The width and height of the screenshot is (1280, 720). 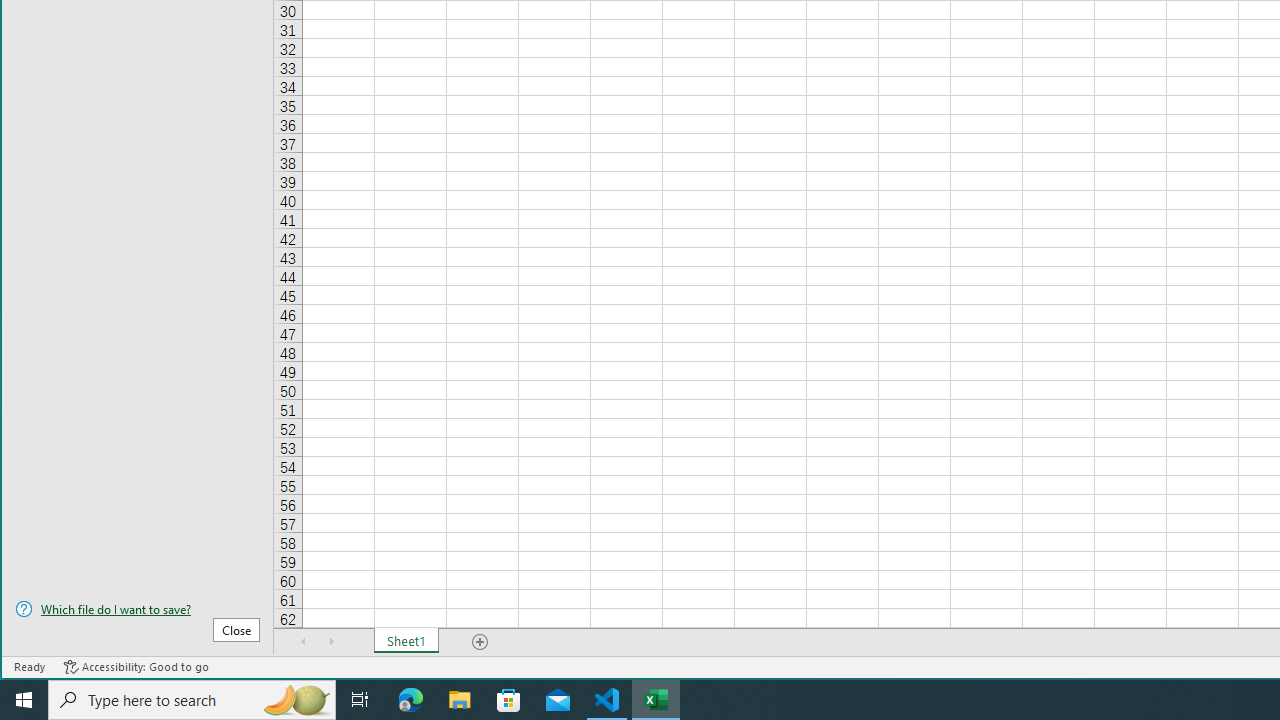 What do you see at coordinates (410, 698) in the screenshot?
I see `'Microsoft Edge'` at bounding box center [410, 698].